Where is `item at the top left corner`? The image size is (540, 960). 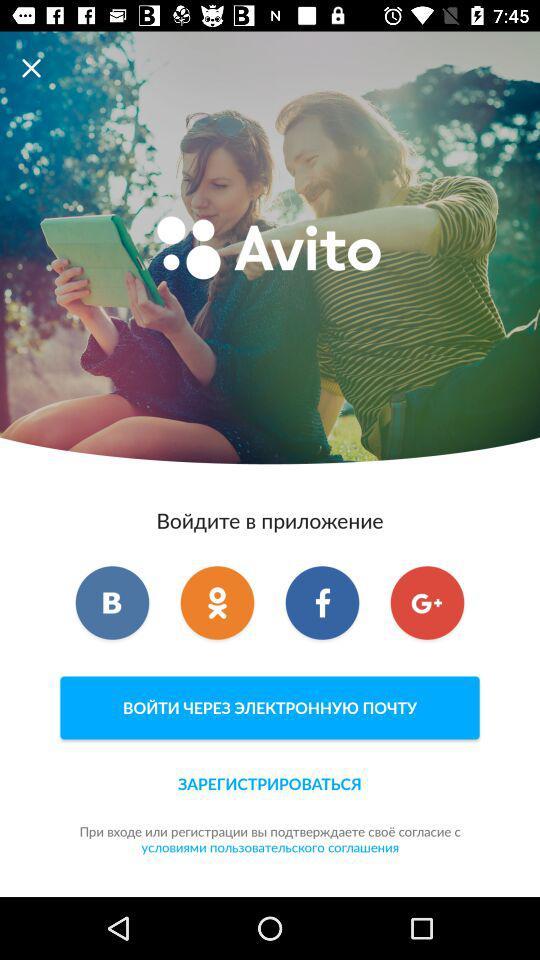
item at the top left corner is located at coordinates (36, 68).